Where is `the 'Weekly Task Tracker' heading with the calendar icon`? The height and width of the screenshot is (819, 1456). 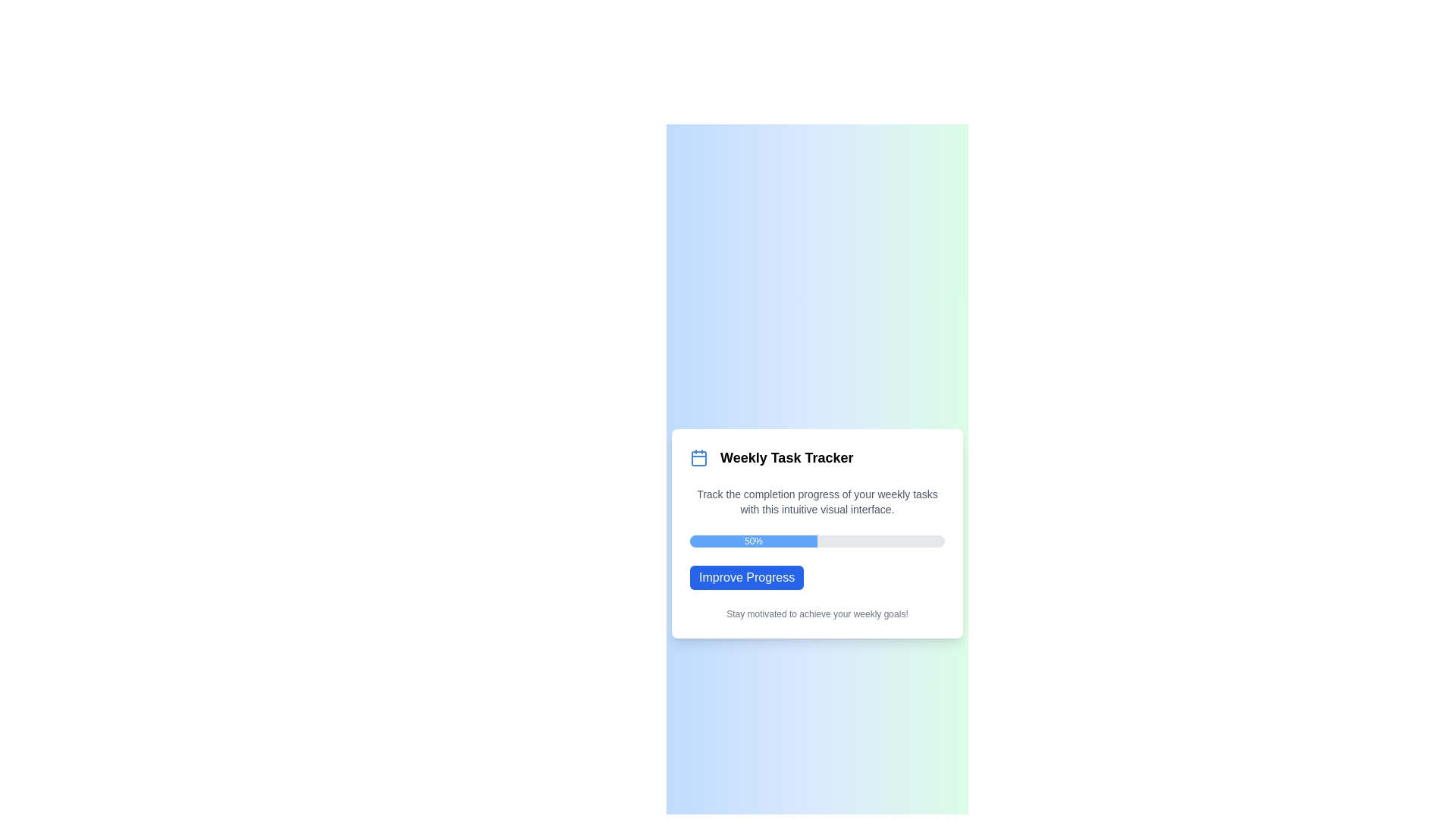
the 'Weekly Task Tracker' heading with the calendar icon is located at coordinates (817, 457).